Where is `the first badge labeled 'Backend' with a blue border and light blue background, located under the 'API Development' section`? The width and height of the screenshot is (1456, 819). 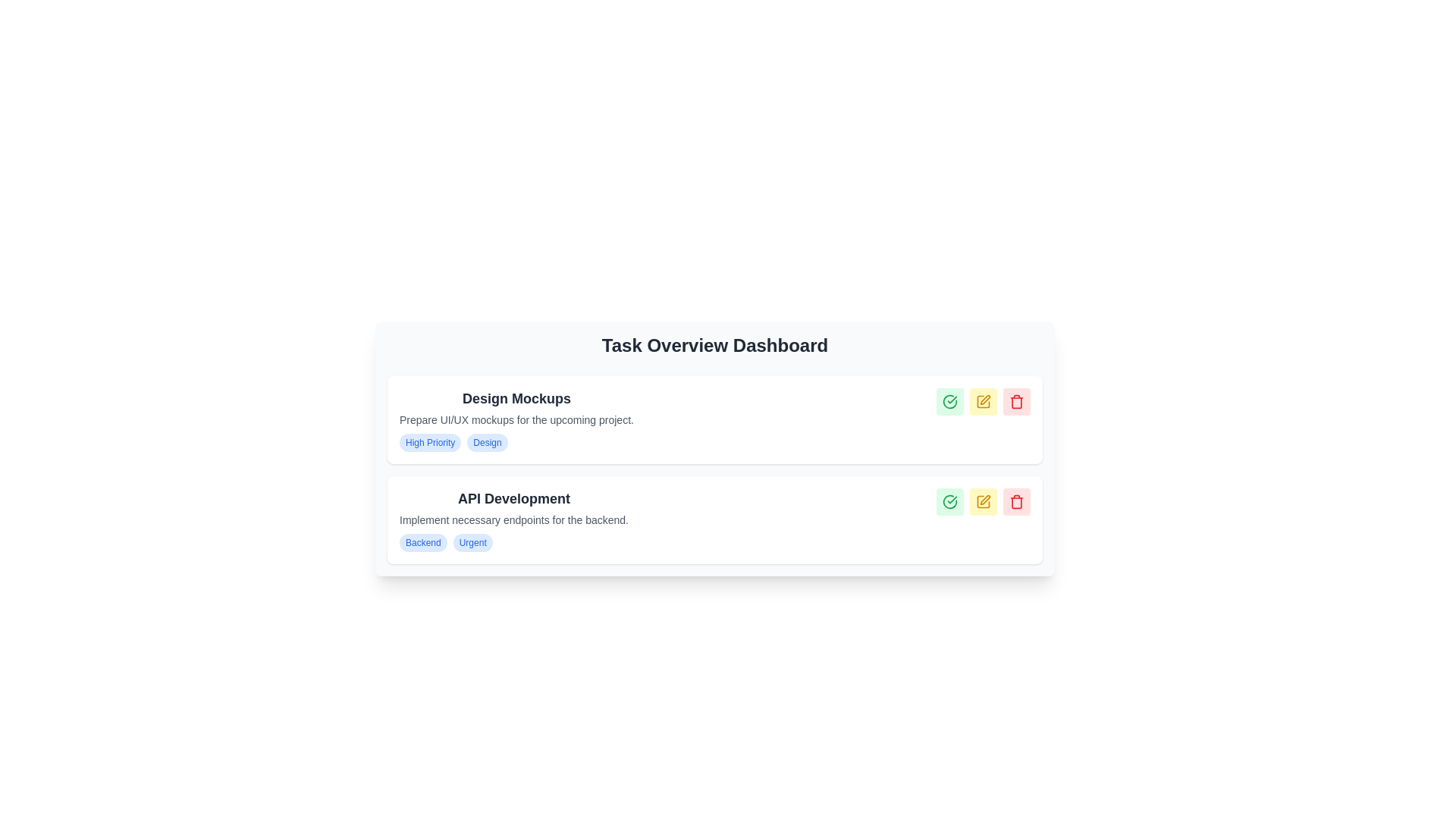 the first badge labeled 'Backend' with a blue border and light blue background, located under the 'API Development' section is located at coordinates (423, 542).